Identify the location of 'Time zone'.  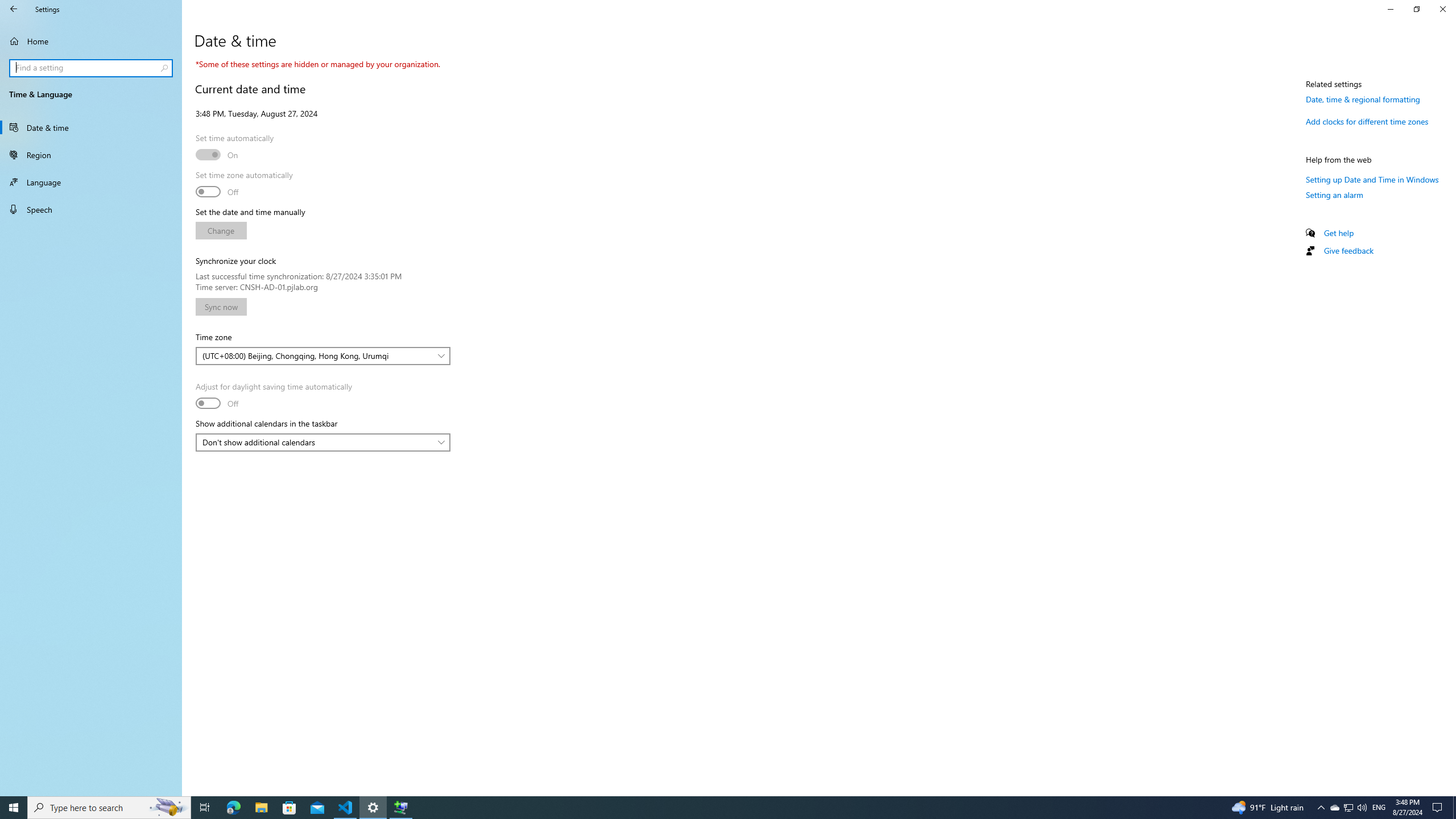
(322, 355).